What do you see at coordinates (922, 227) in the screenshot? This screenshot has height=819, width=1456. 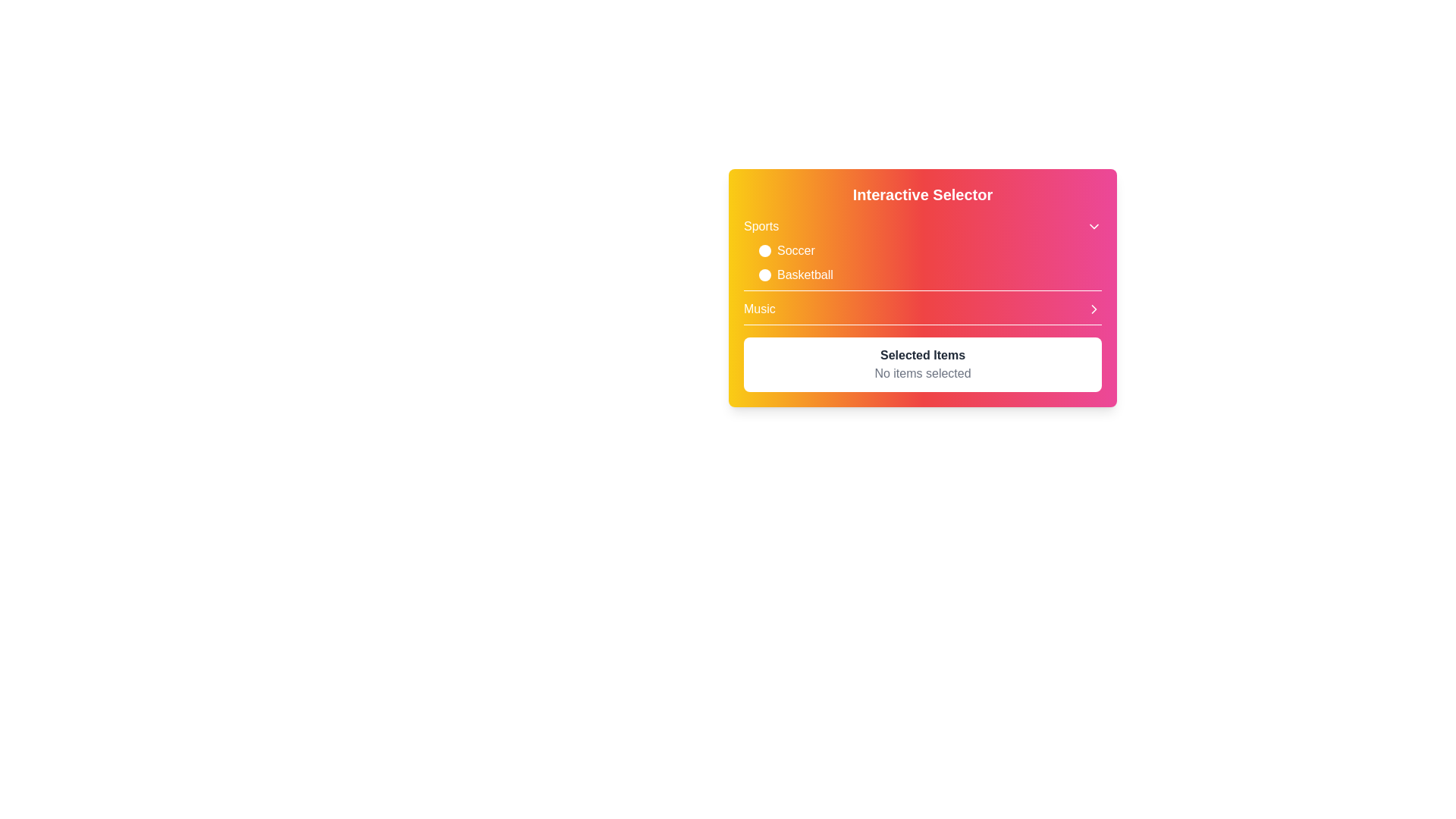 I see `the 'Sports' dropdown trigger element` at bounding box center [922, 227].